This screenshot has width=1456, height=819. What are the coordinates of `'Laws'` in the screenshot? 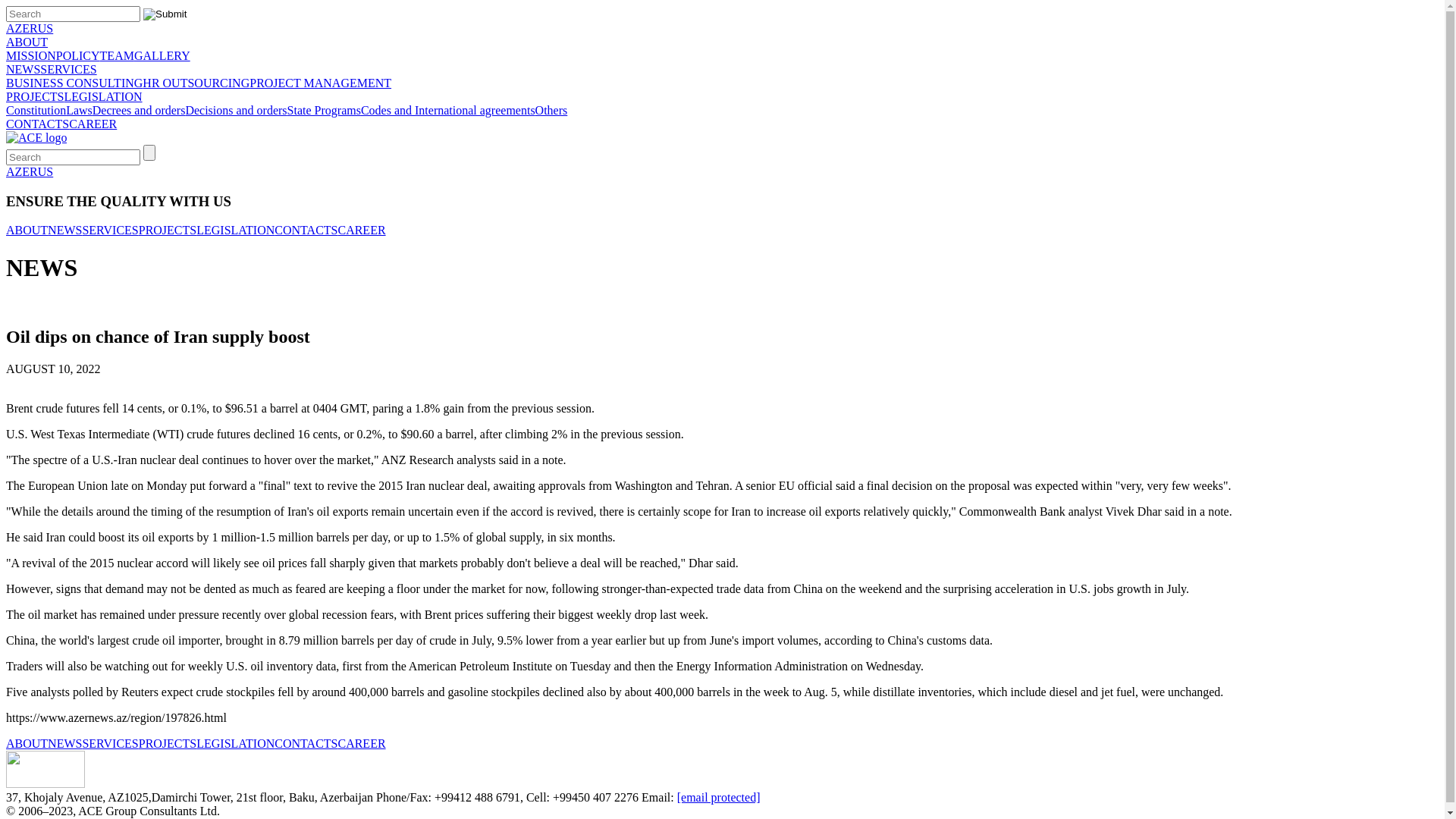 It's located at (64, 109).